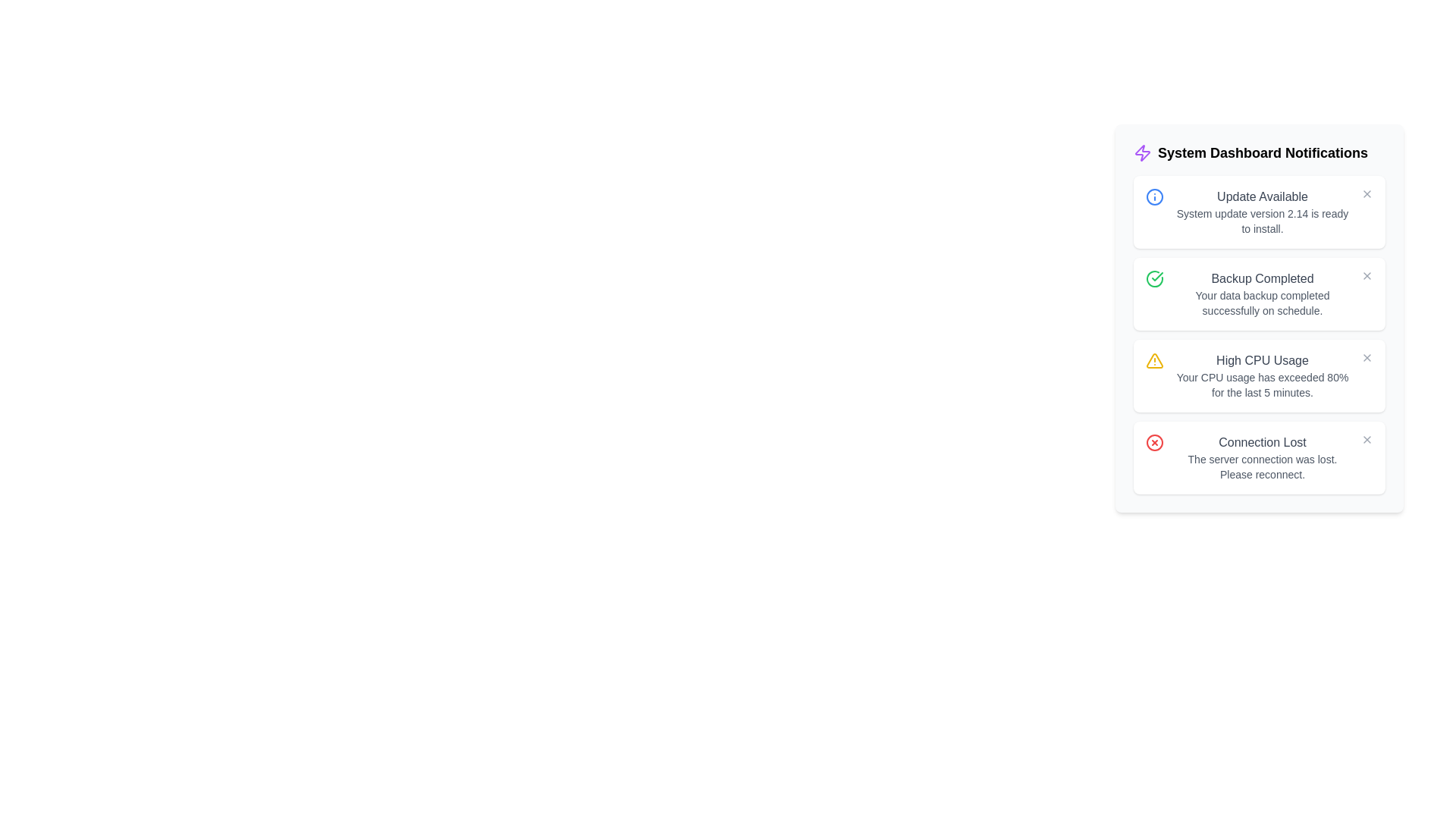 The image size is (1456, 819). I want to click on message informing the user about a network issue, located below the title 'Connection Lost' in the fourth notification card, so click(1263, 466).